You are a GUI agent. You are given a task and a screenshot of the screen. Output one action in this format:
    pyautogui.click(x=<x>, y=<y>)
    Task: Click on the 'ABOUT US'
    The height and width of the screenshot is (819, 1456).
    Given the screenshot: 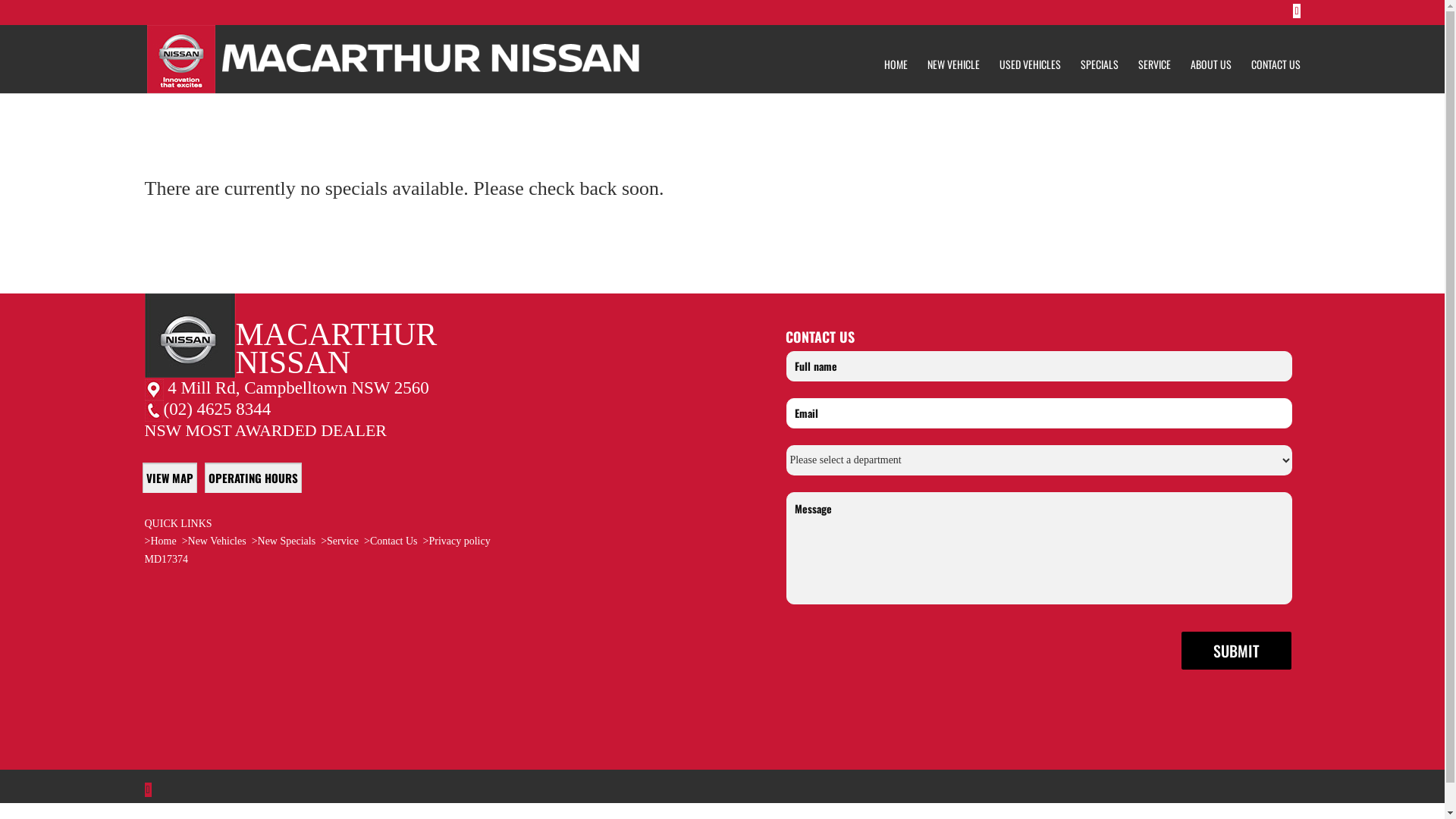 What is the action you would take?
    pyautogui.click(x=1210, y=69)
    